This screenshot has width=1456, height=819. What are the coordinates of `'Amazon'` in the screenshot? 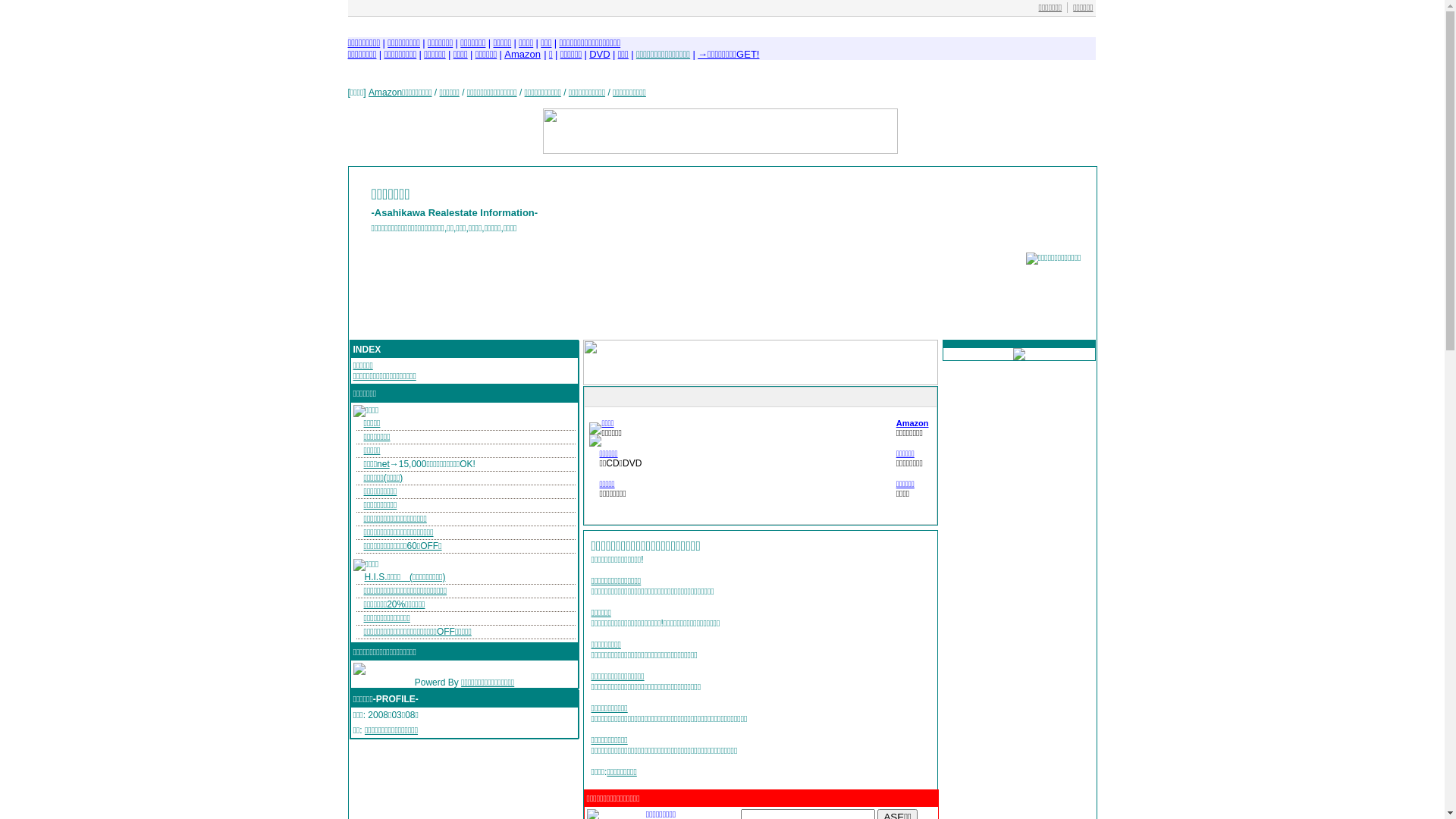 It's located at (522, 53).